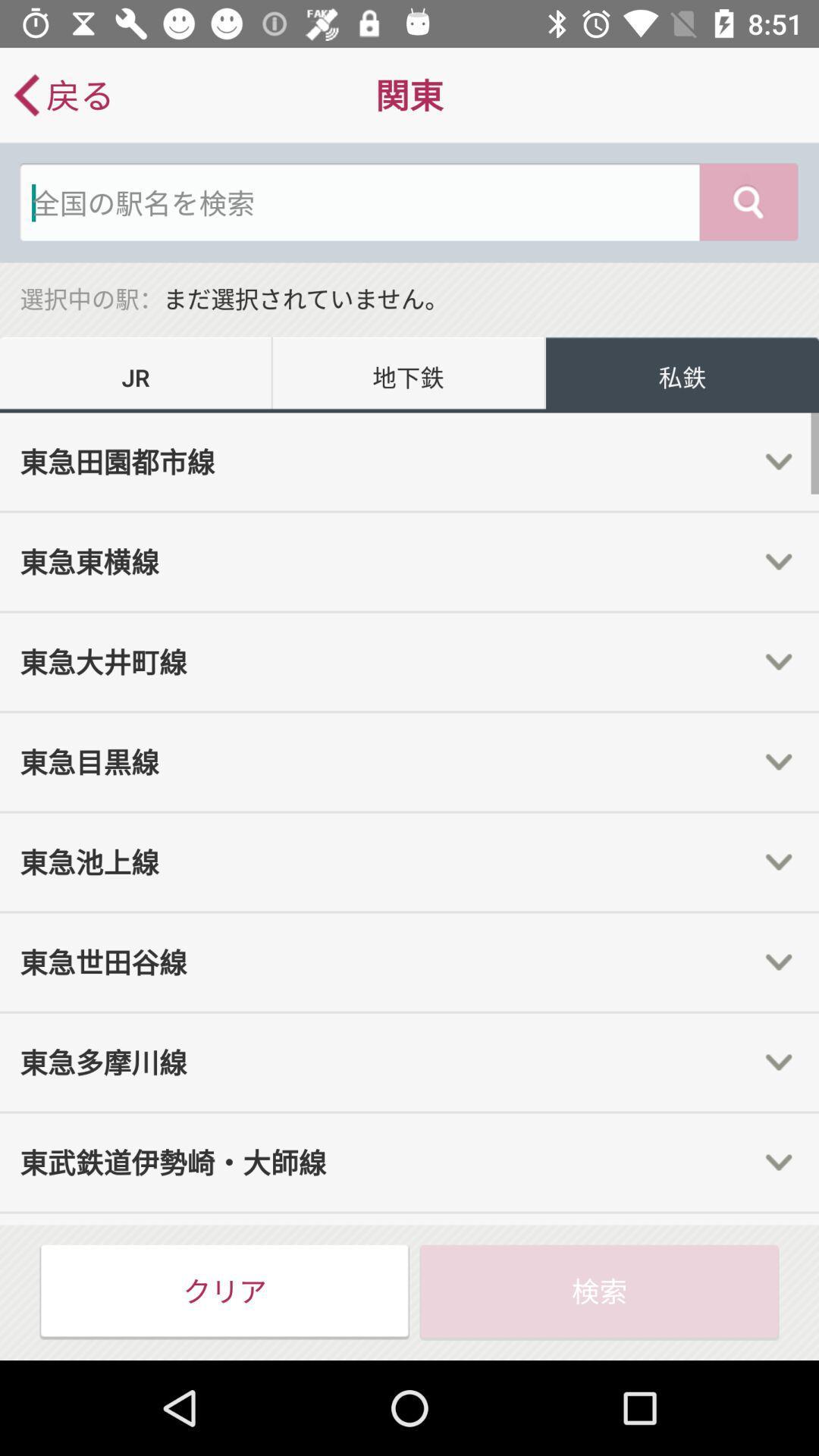  Describe the element at coordinates (748, 202) in the screenshot. I see `the search icon` at that location.